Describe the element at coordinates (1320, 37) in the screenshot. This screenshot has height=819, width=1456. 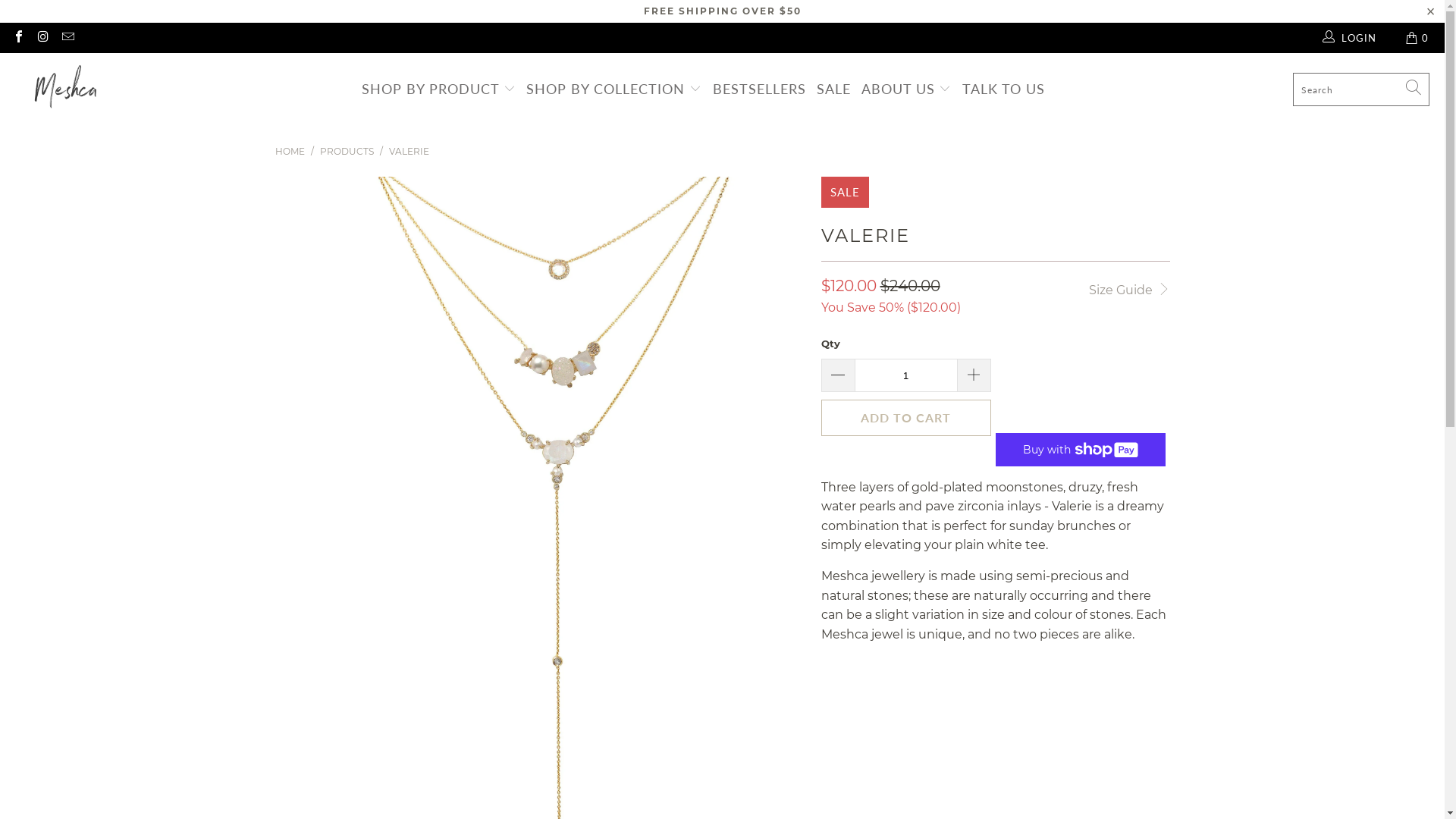
I see `'LOGIN'` at that location.